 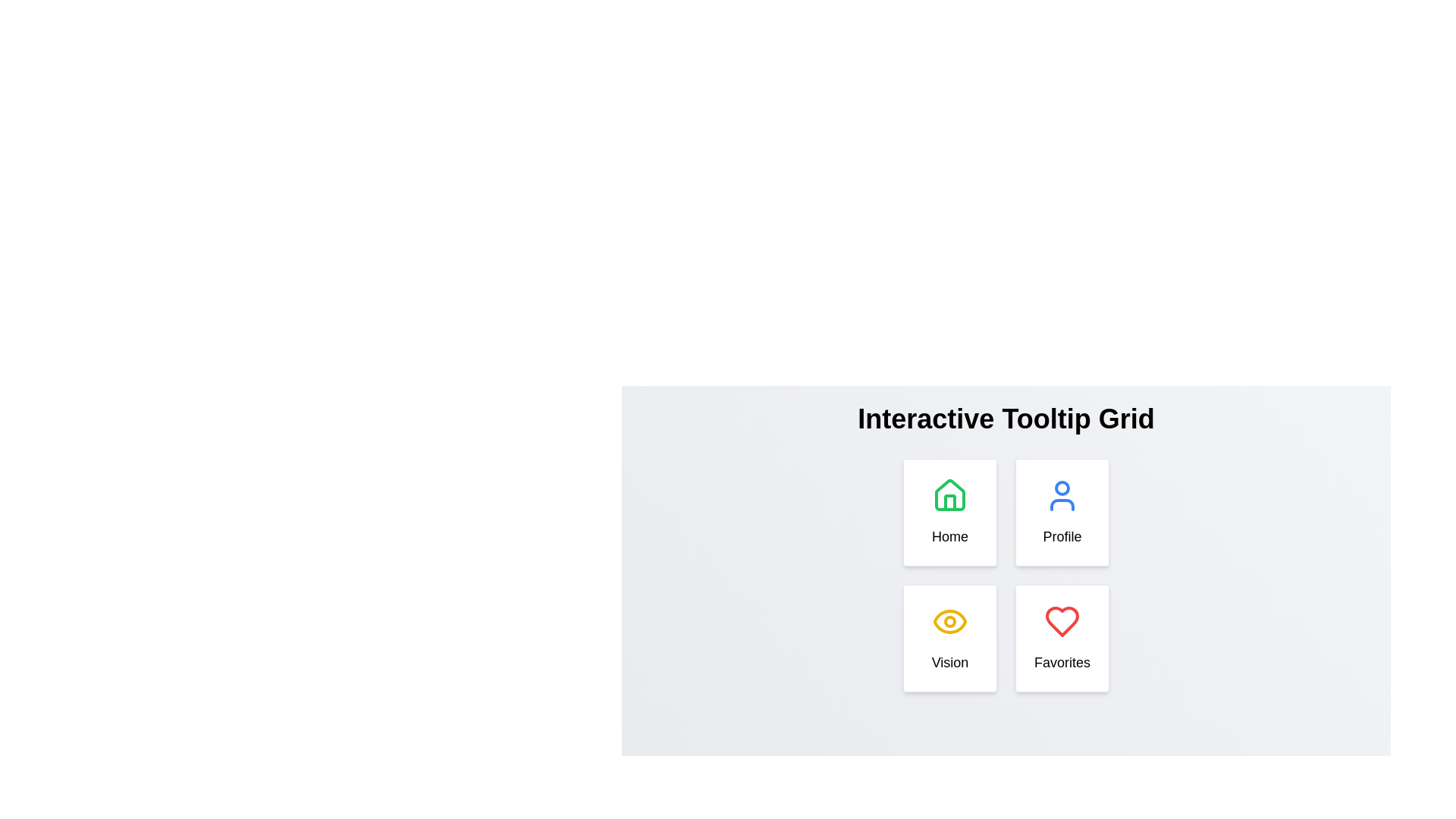 I want to click on on the 'Favorites' card-like display component located in the bottom-right corner of the grid layout, so click(x=1062, y=638).